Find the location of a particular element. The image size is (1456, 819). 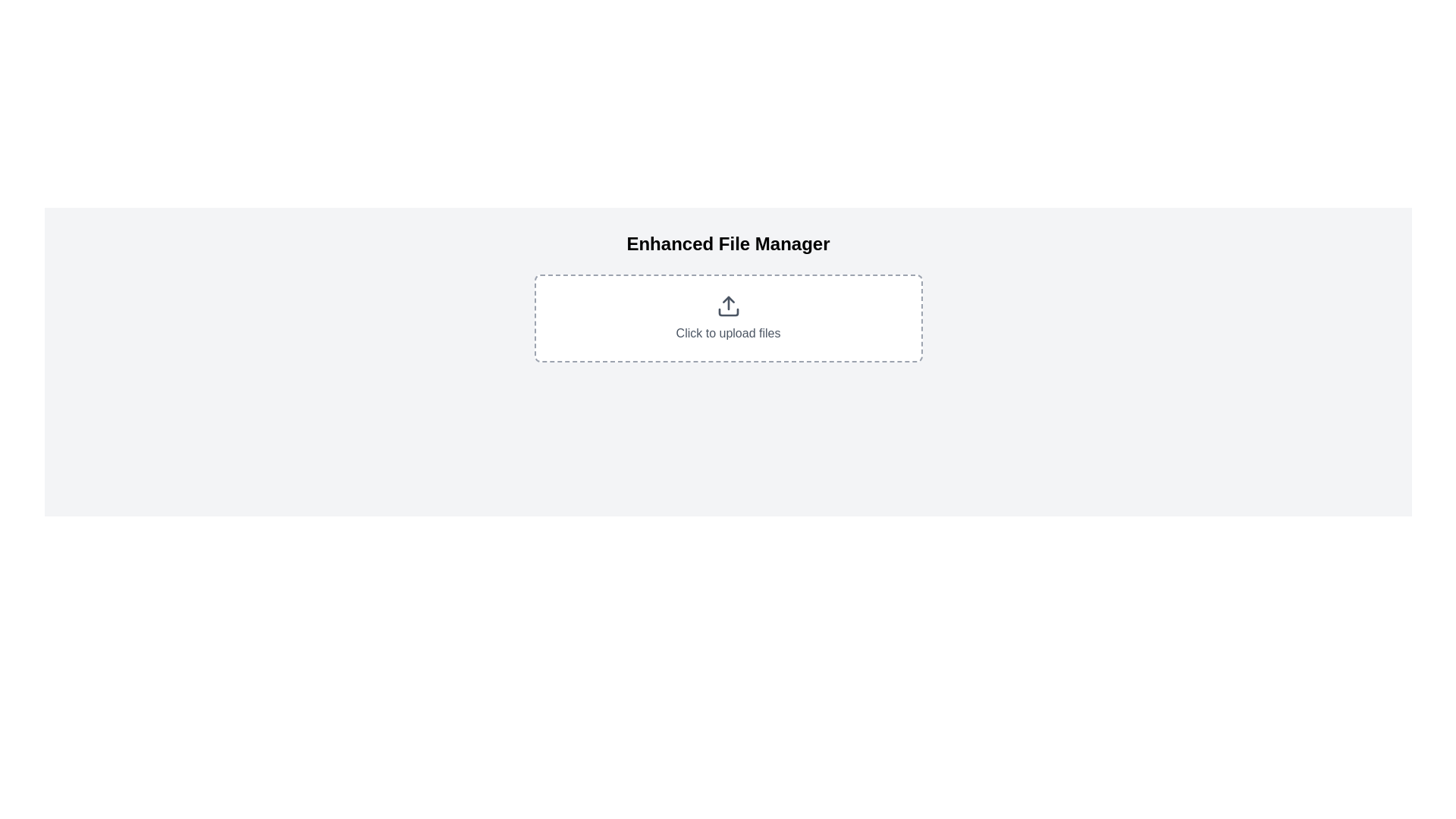

the static text label that displays 'Click to upload files', located below an upload icon within a dashed border card-like UI component is located at coordinates (728, 332).